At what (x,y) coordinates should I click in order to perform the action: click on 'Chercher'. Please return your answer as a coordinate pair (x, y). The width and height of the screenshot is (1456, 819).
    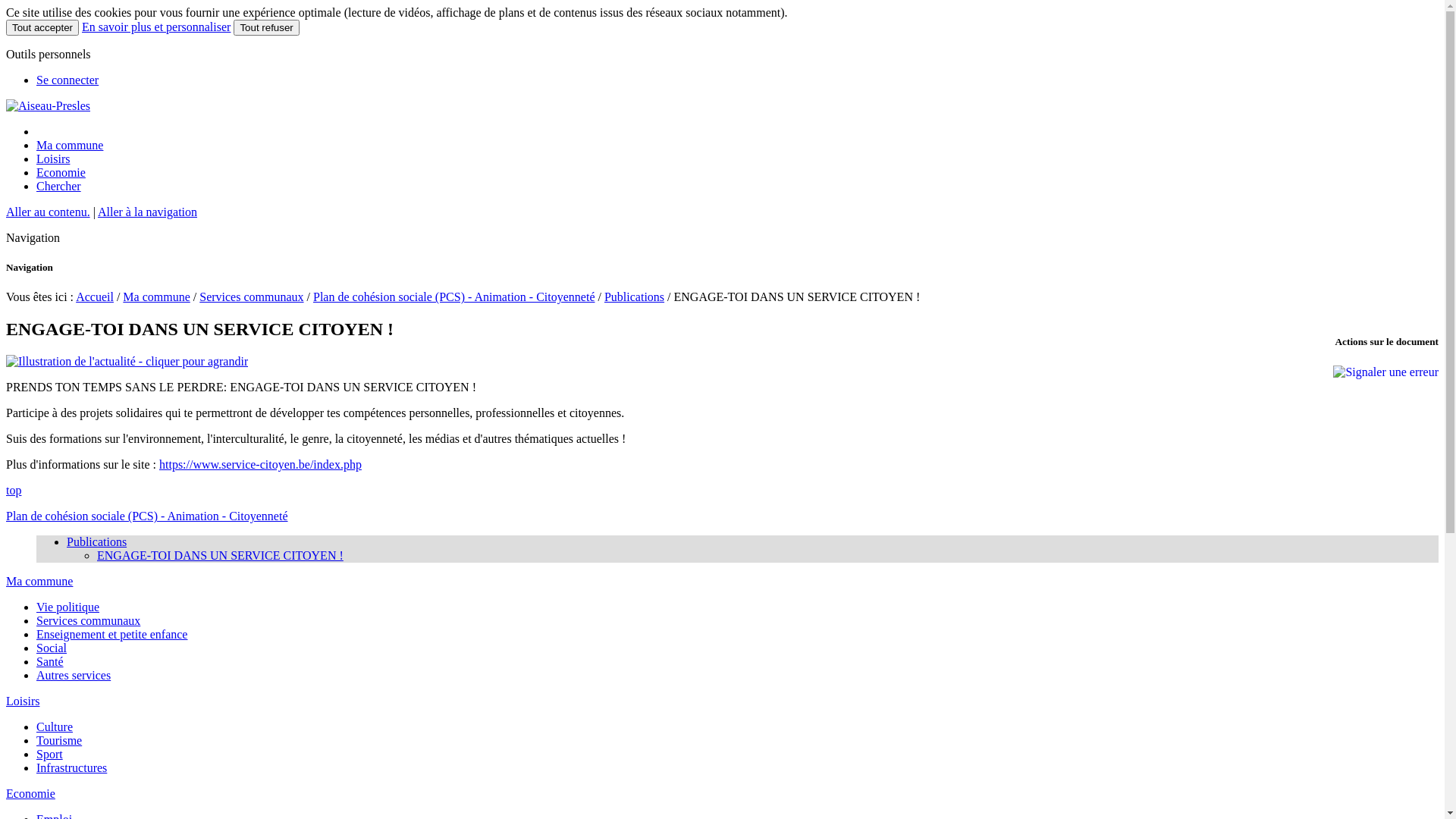
    Looking at the image, I should click on (36, 185).